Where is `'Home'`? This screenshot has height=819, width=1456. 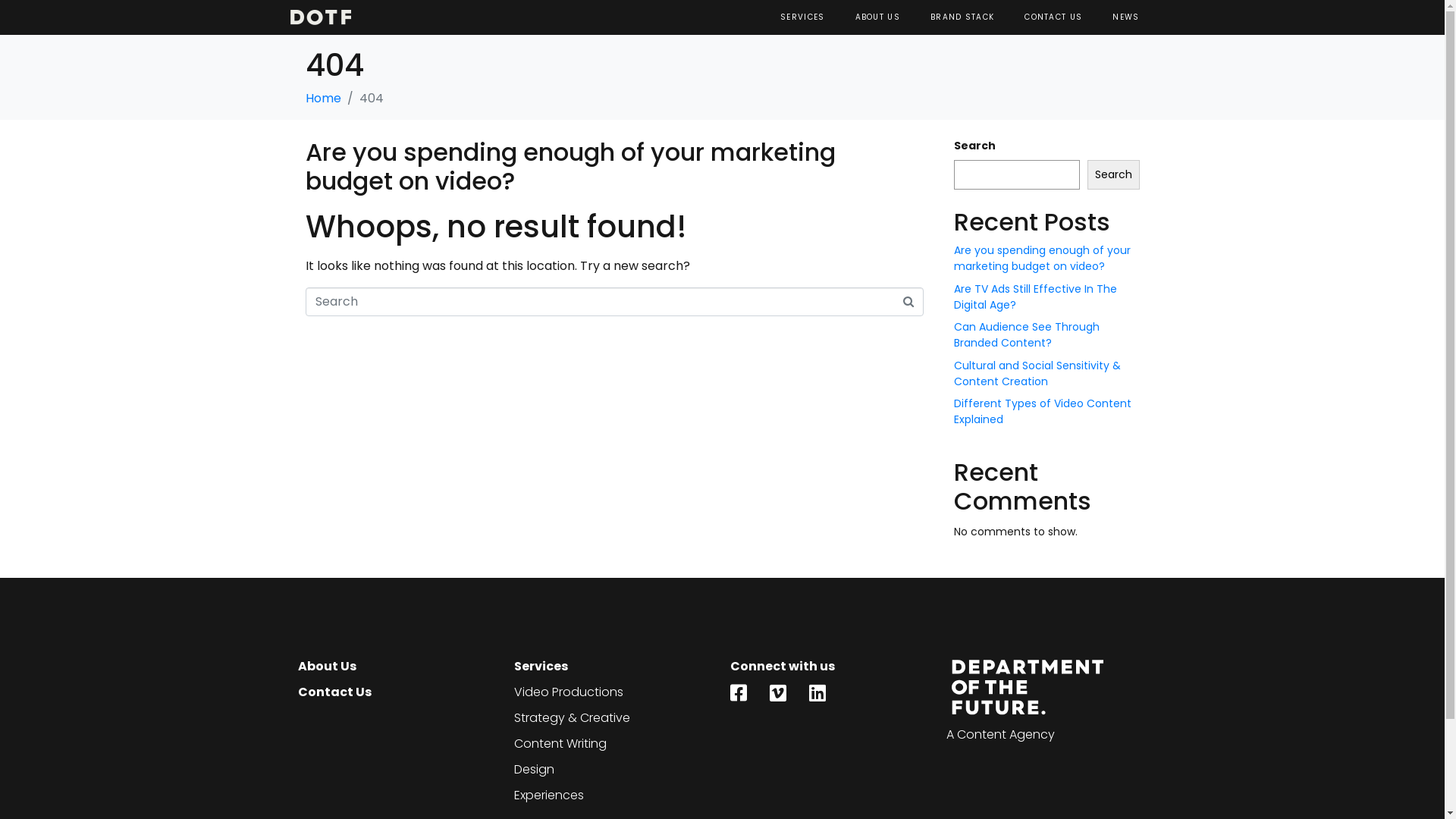
'Home' is located at coordinates (322, 98).